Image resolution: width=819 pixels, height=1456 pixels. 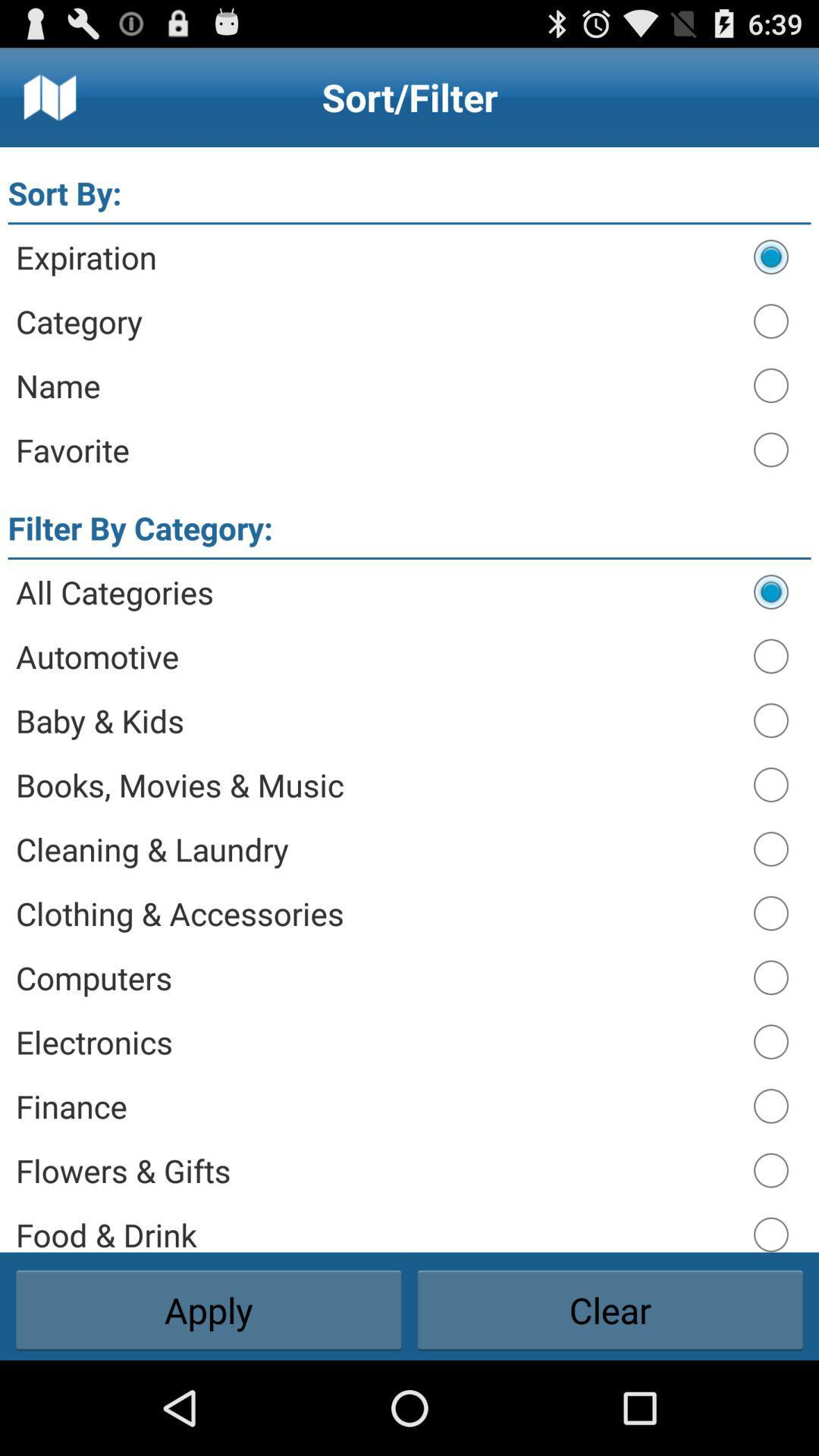 What do you see at coordinates (376, 1169) in the screenshot?
I see `the icon below finance item` at bounding box center [376, 1169].